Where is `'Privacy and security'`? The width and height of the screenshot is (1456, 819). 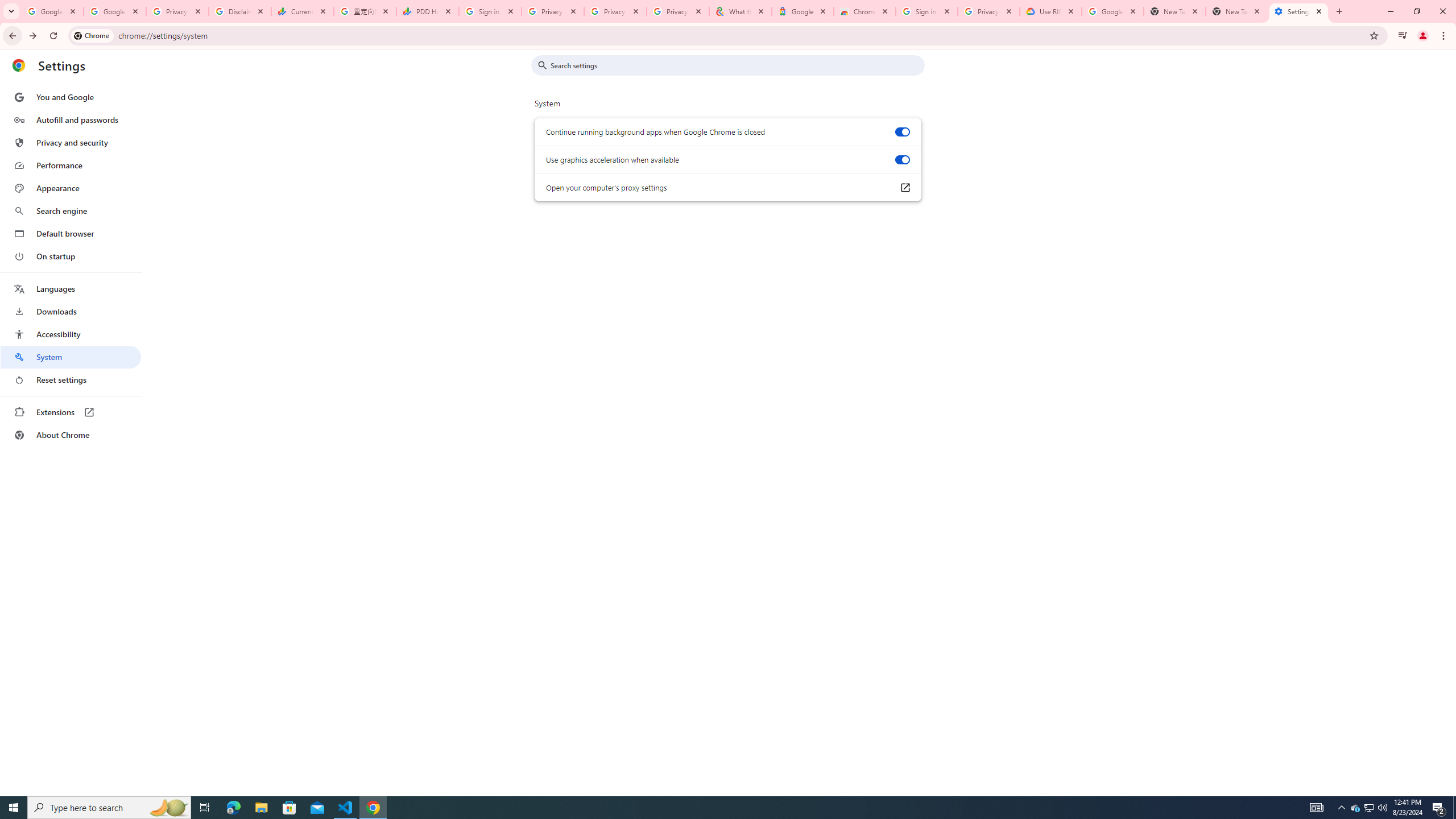 'Privacy and security' is located at coordinates (70, 142).